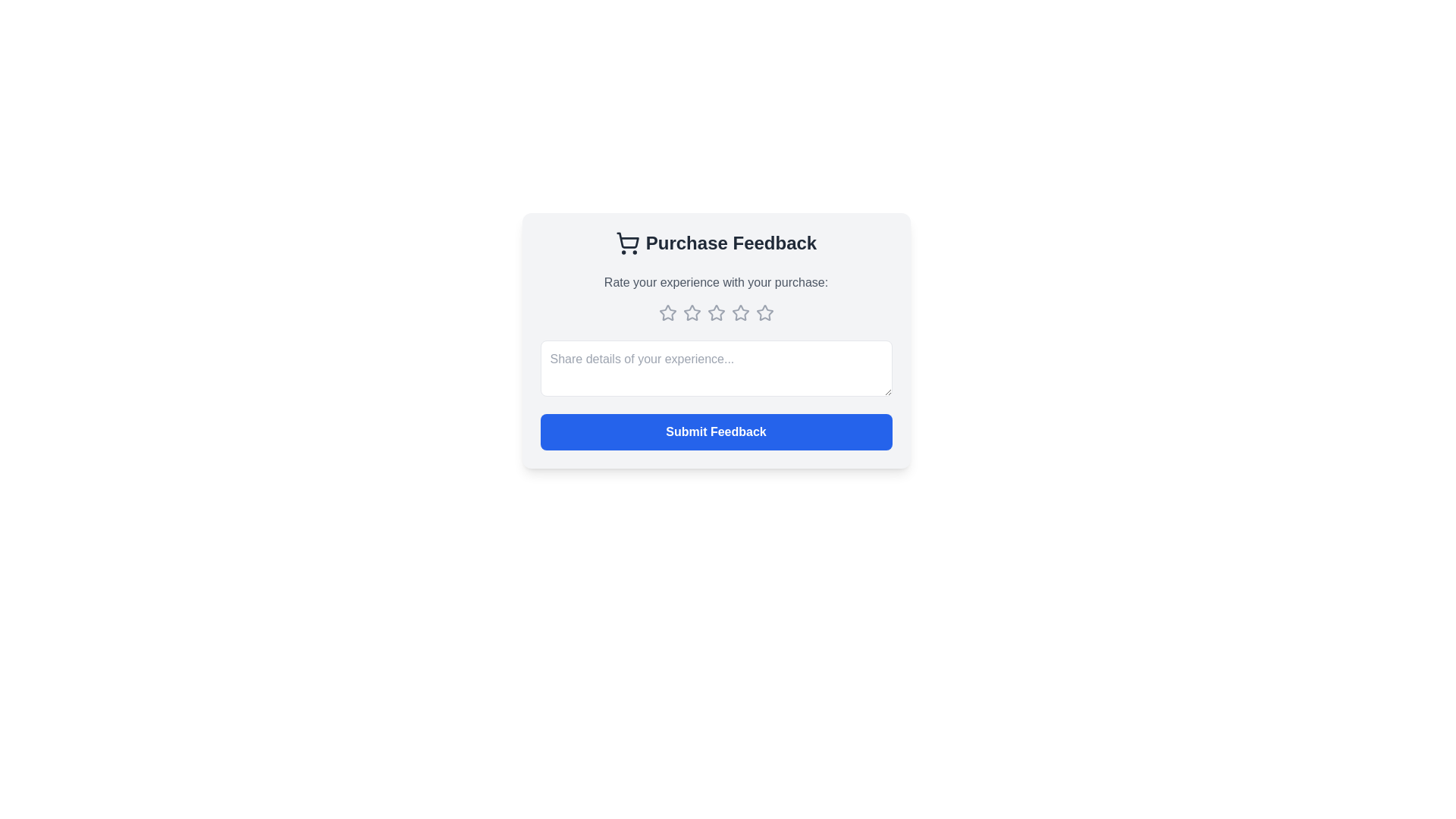 This screenshot has width=1456, height=819. Describe the element at coordinates (667, 312) in the screenshot. I see `the second star from the left in the horizontal arrangement of five stars` at that location.